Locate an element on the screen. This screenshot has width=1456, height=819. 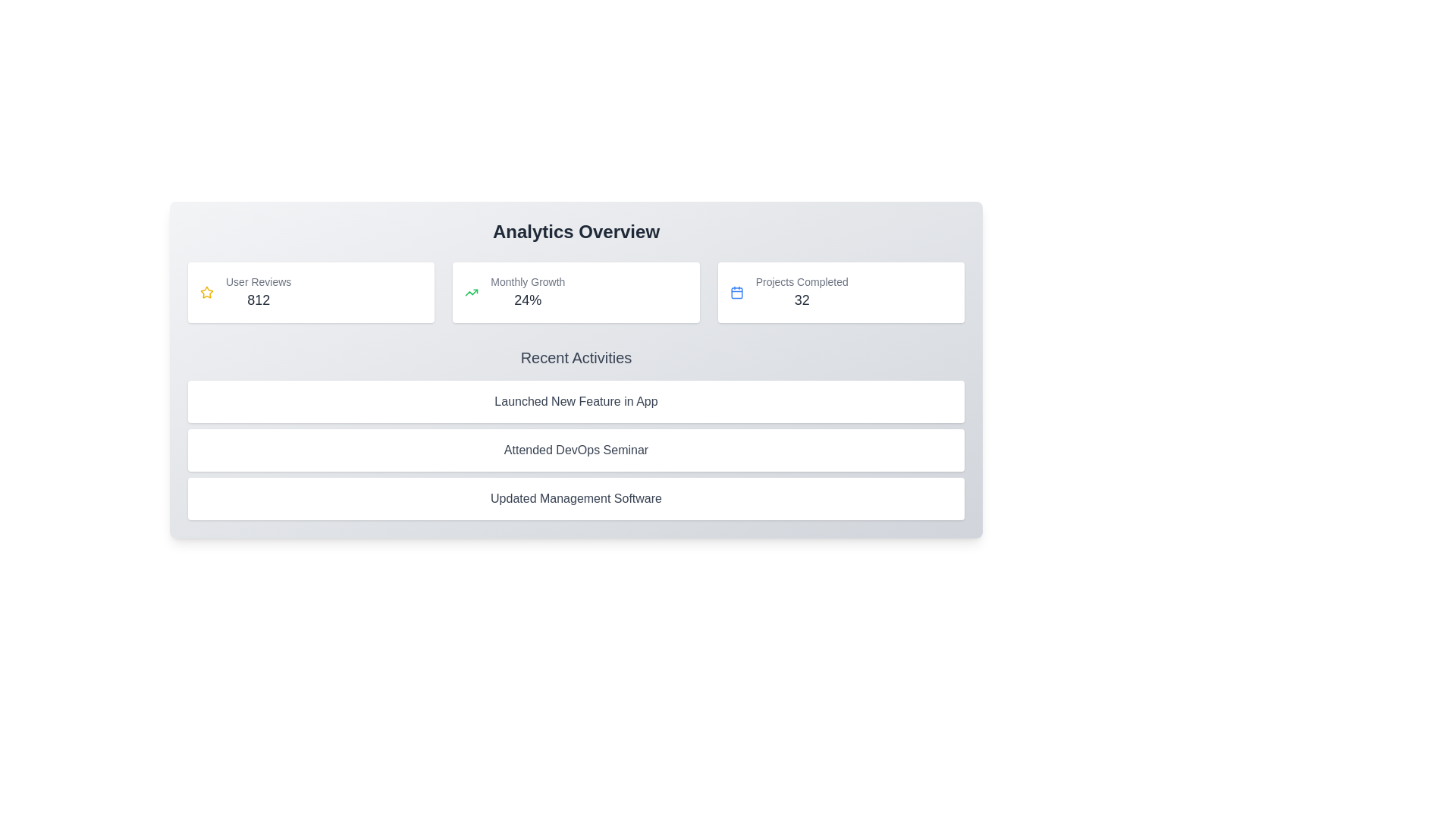
the Card containing a grid layout with statistics labeled 'User Reviews', 'Monthly Growth', and 'Projects Completed', located in the 'Analytics Overview' section is located at coordinates (575, 292).